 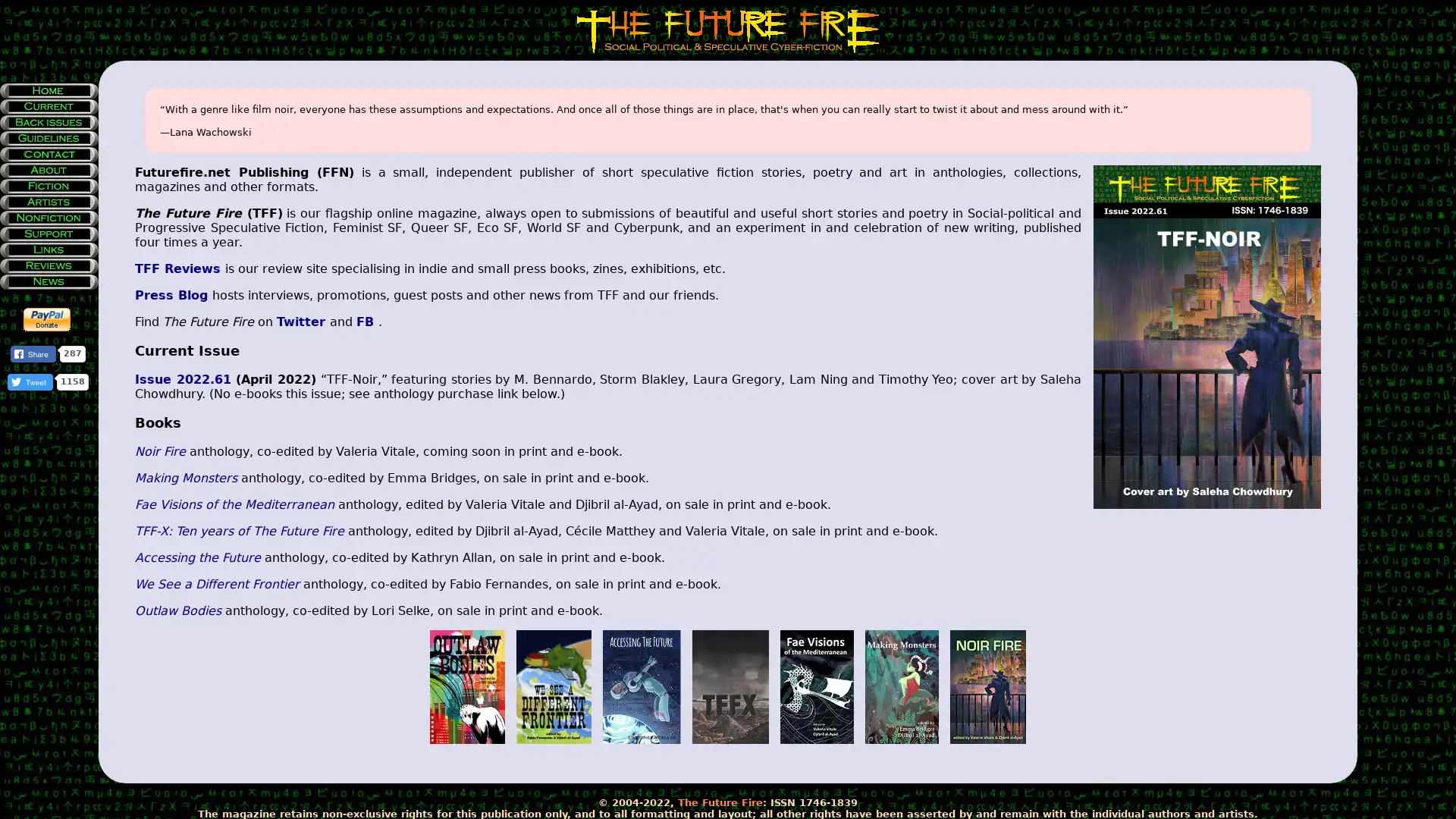 I want to click on Make payments with PayPal - it's fast, free and secure!, so click(x=47, y=318).